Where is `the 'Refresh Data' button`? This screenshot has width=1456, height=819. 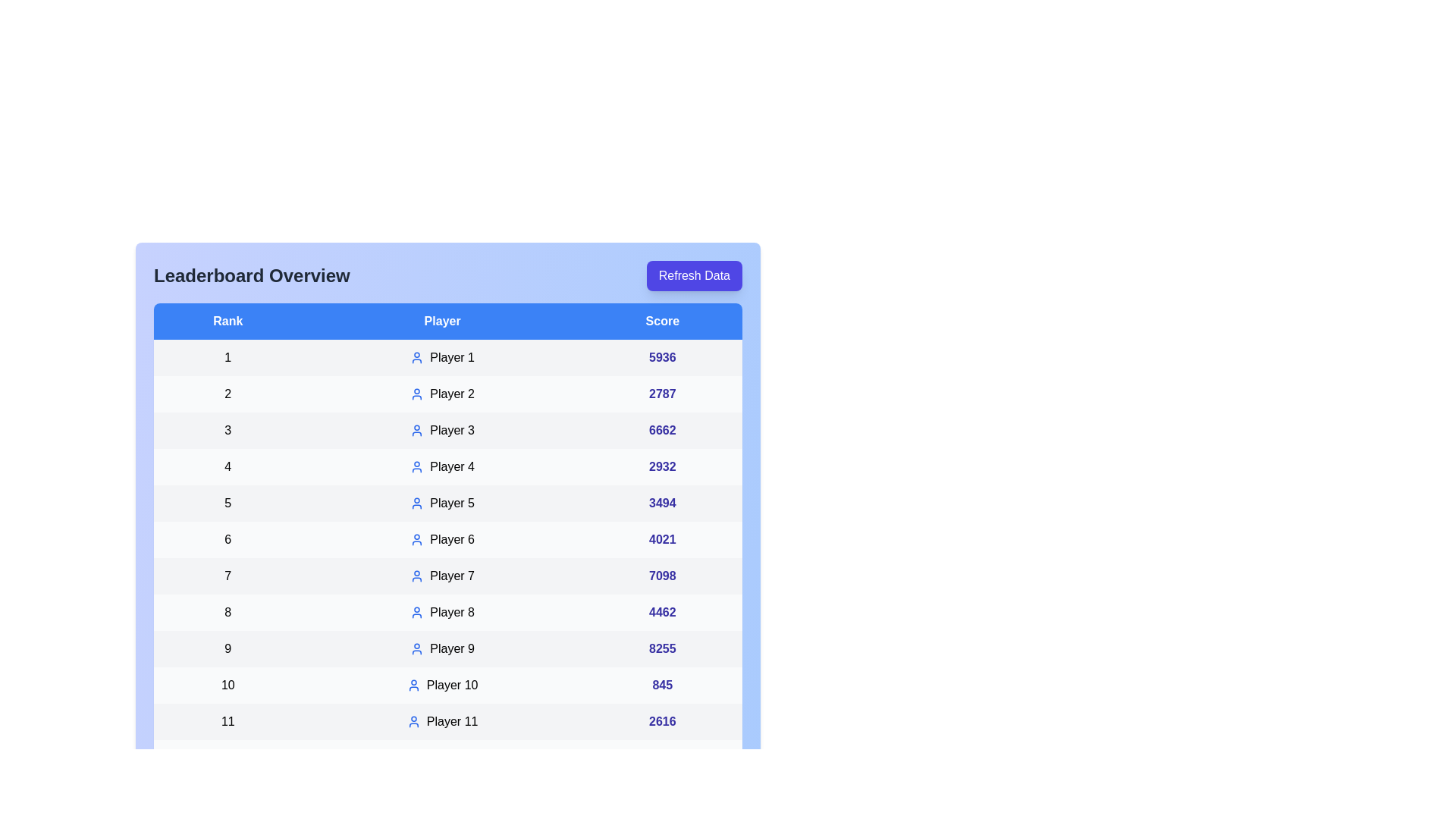 the 'Refresh Data' button is located at coordinates (693, 275).